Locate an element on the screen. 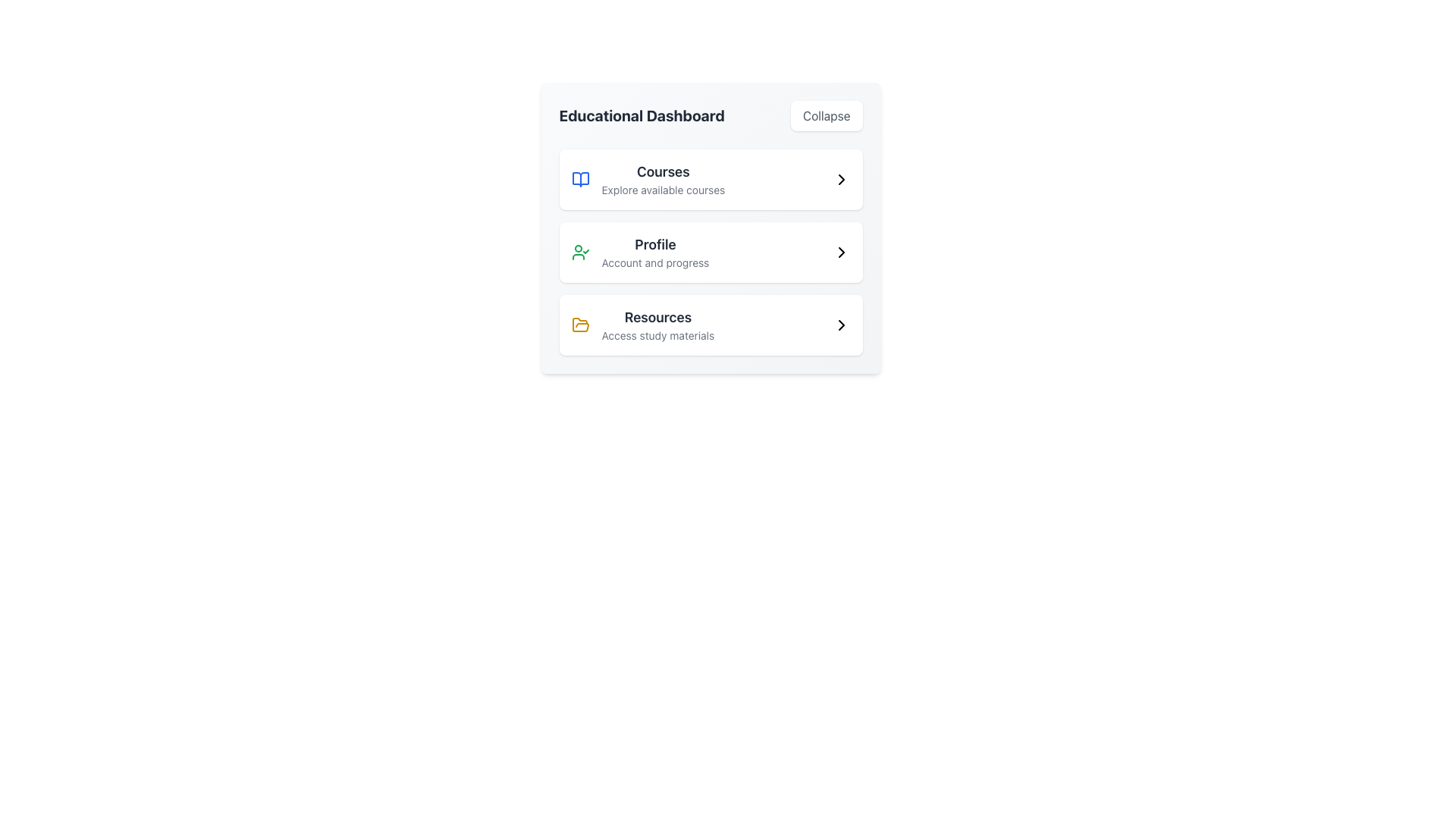  the title and description block for the 'Courses' section in the 'Educational Dashboard' is located at coordinates (663, 178).